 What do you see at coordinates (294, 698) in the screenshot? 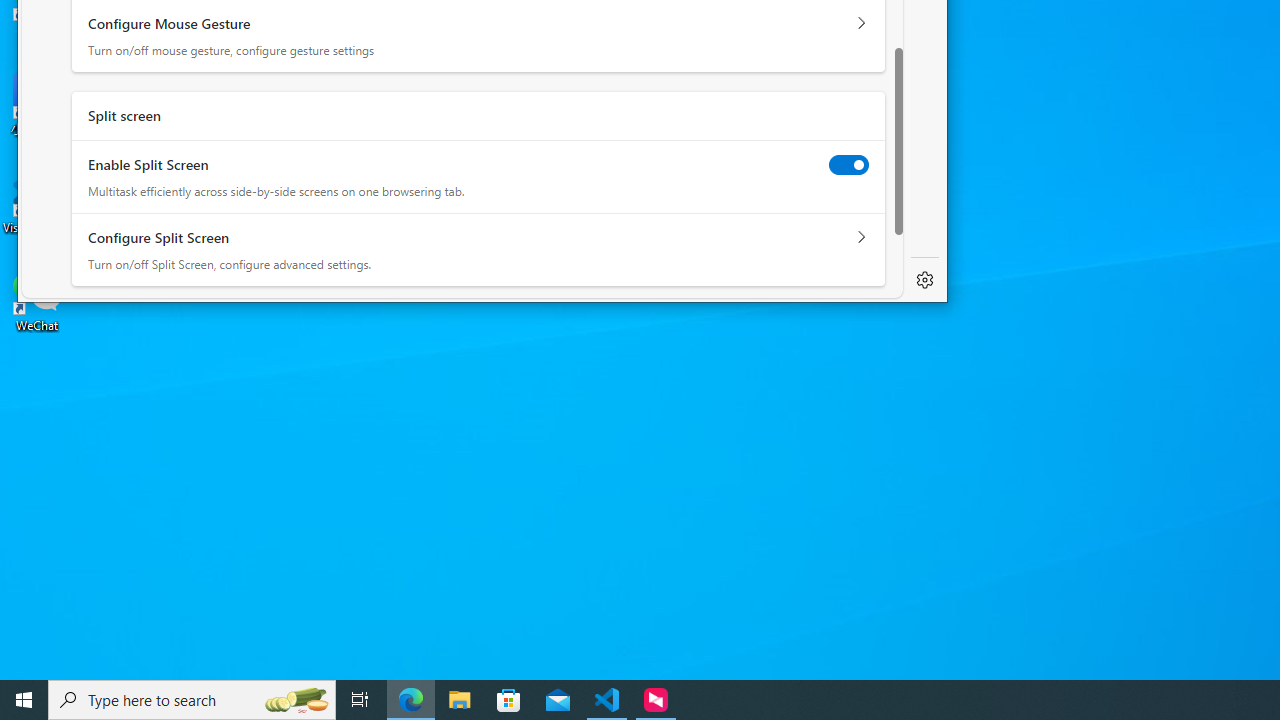
I see `'Search highlights icon opens search home window'` at bounding box center [294, 698].